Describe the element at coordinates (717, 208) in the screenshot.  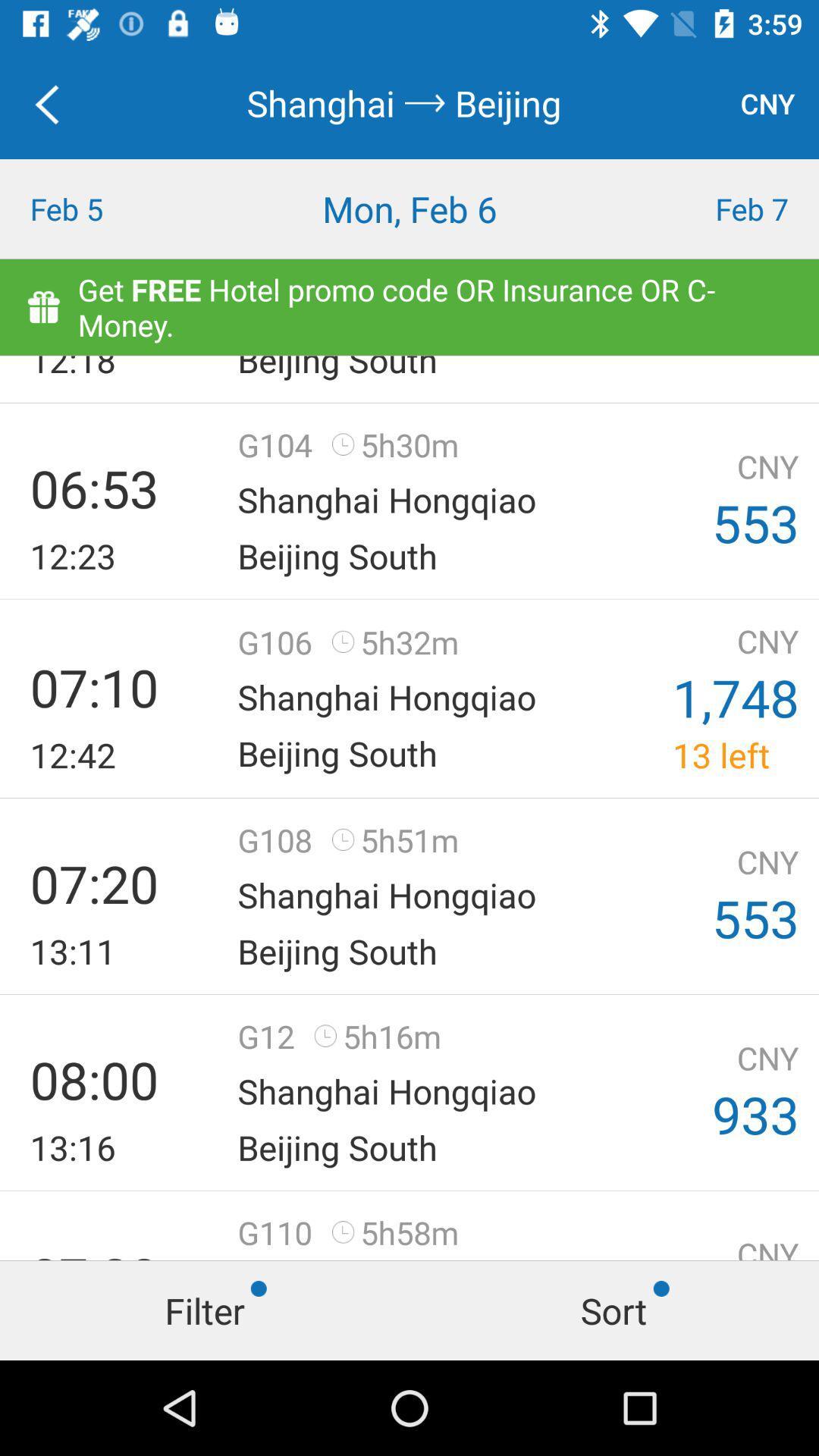
I see `icon next to the mon, feb 6 item` at that location.